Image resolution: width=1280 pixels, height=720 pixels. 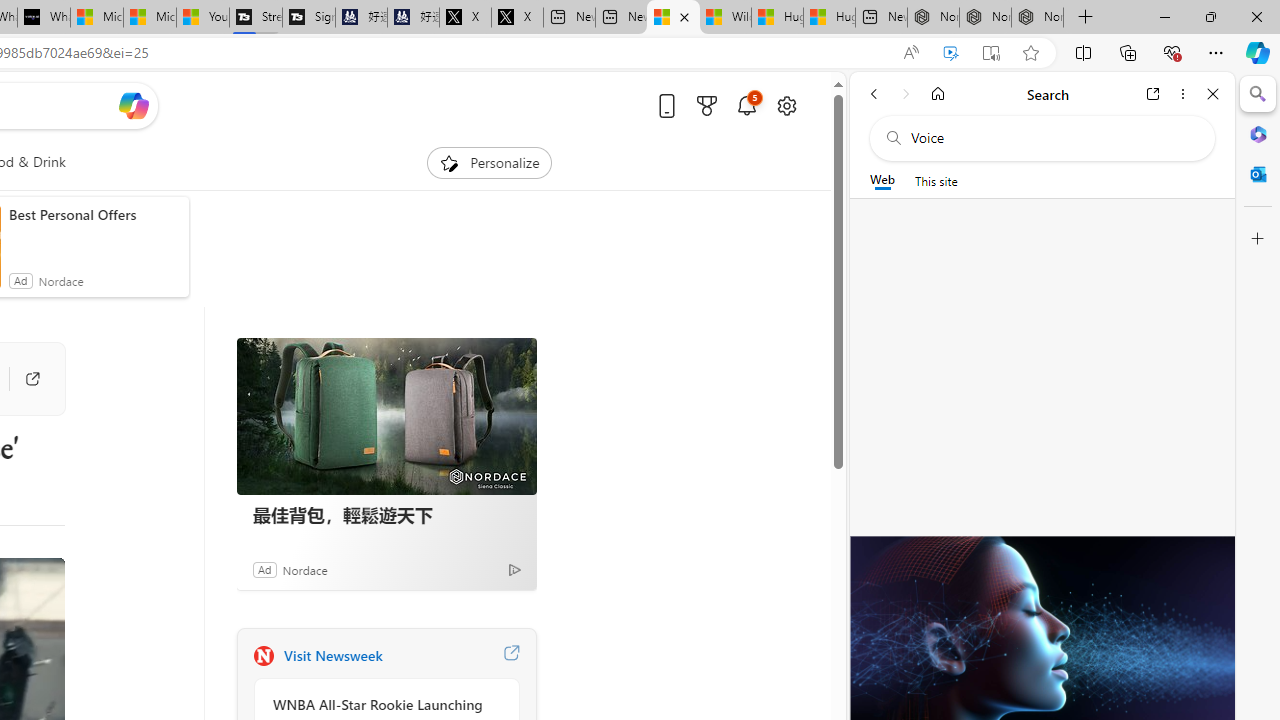 I want to click on 'Nordace - Best Sellers', so click(x=932, y=17).